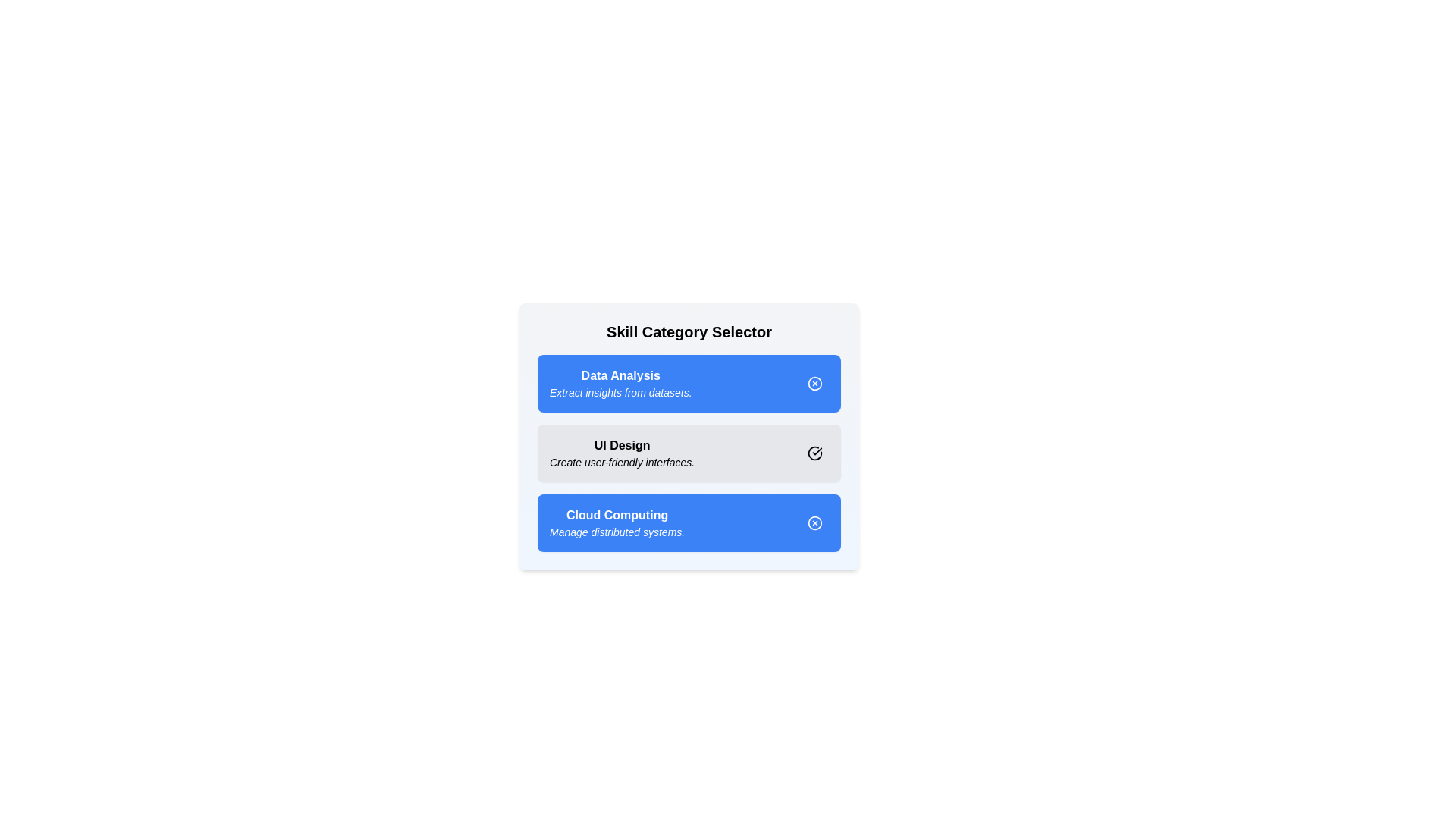  I want to click on the chip labeled 'Data Analysis', so click(814, 382).